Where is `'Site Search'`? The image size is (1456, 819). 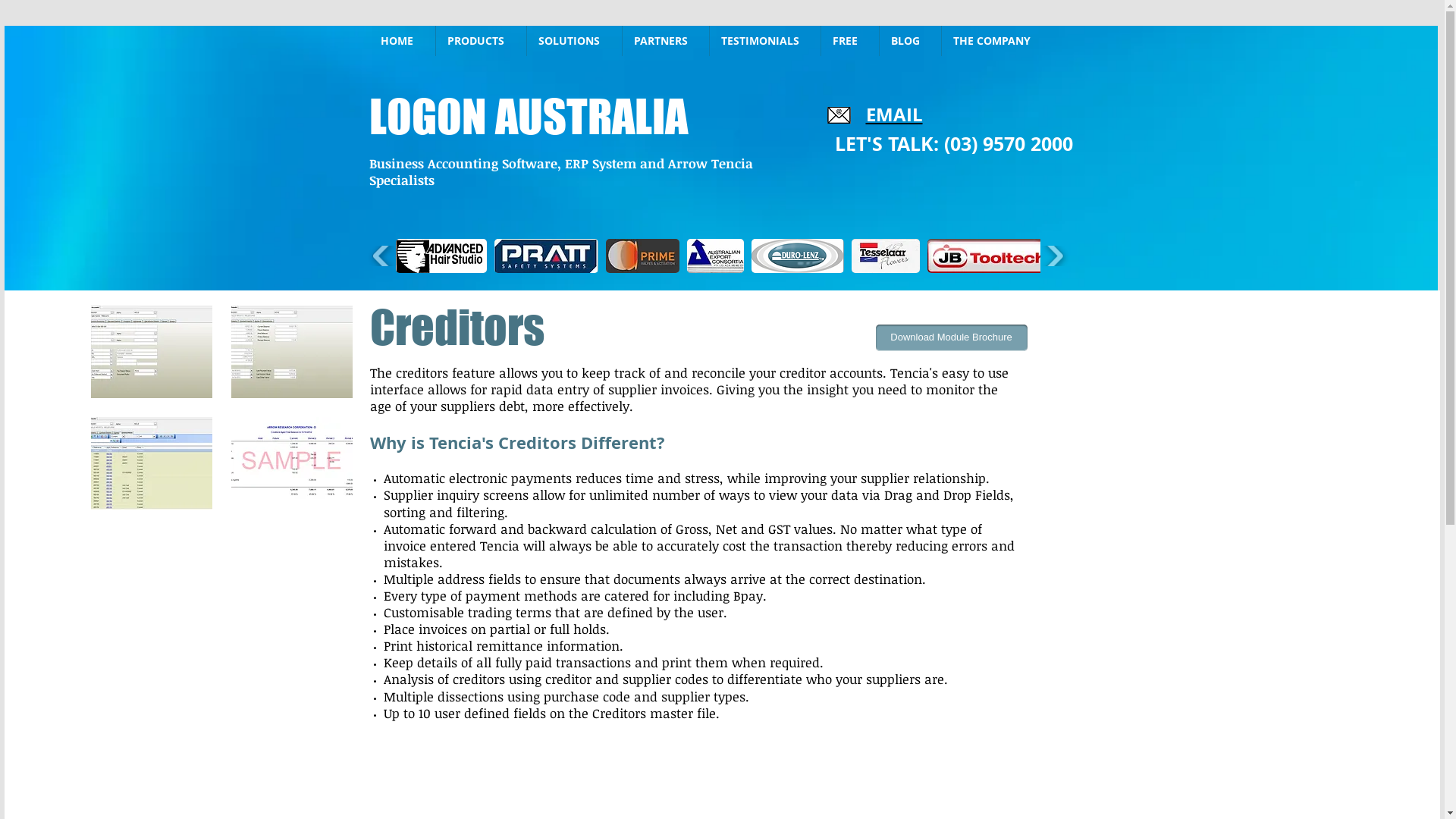
'Site Search' is located at coordinates (1131, 40).